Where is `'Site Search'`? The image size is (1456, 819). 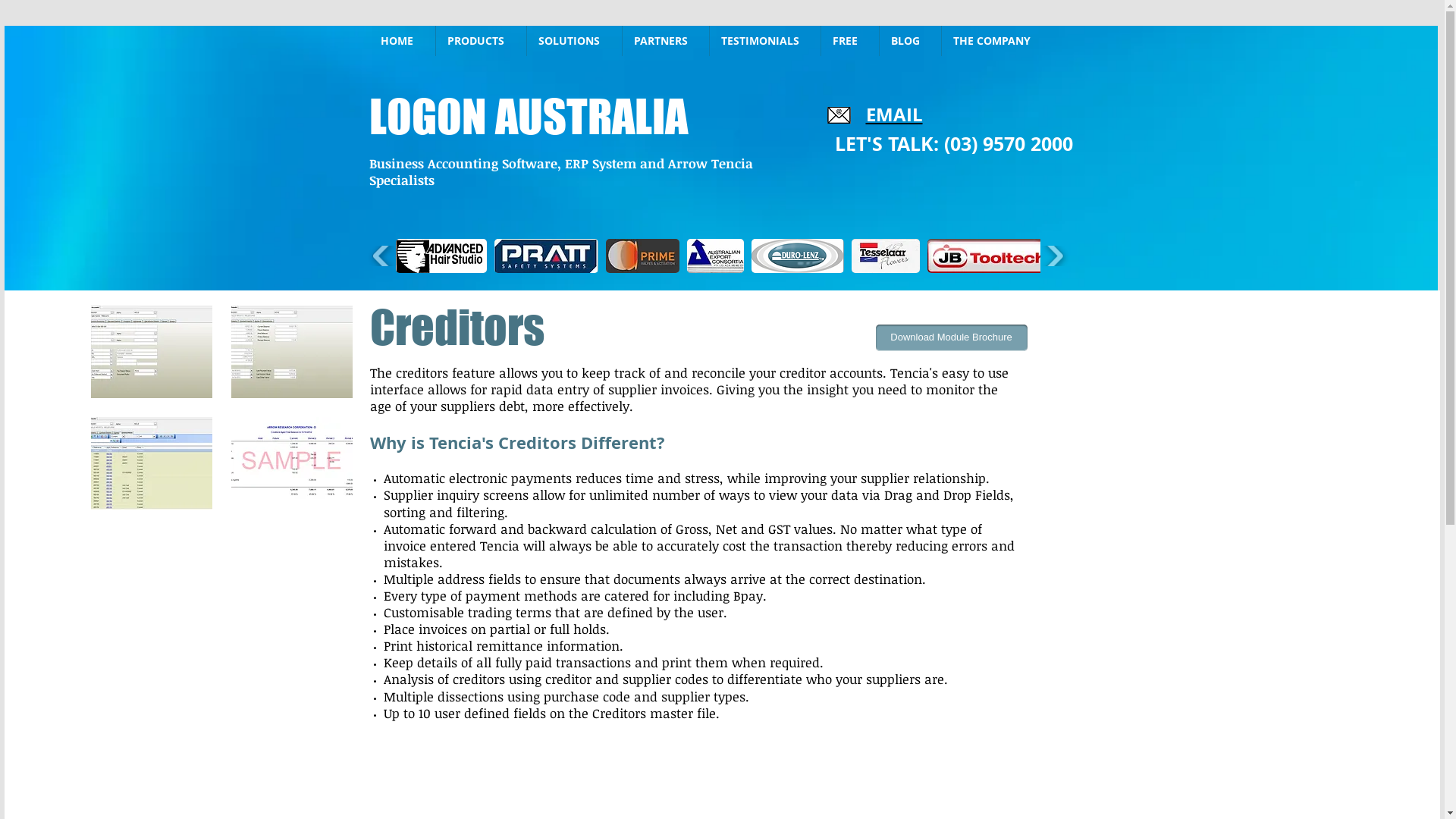
'Site Search' is located at coordinates (1131, 40).